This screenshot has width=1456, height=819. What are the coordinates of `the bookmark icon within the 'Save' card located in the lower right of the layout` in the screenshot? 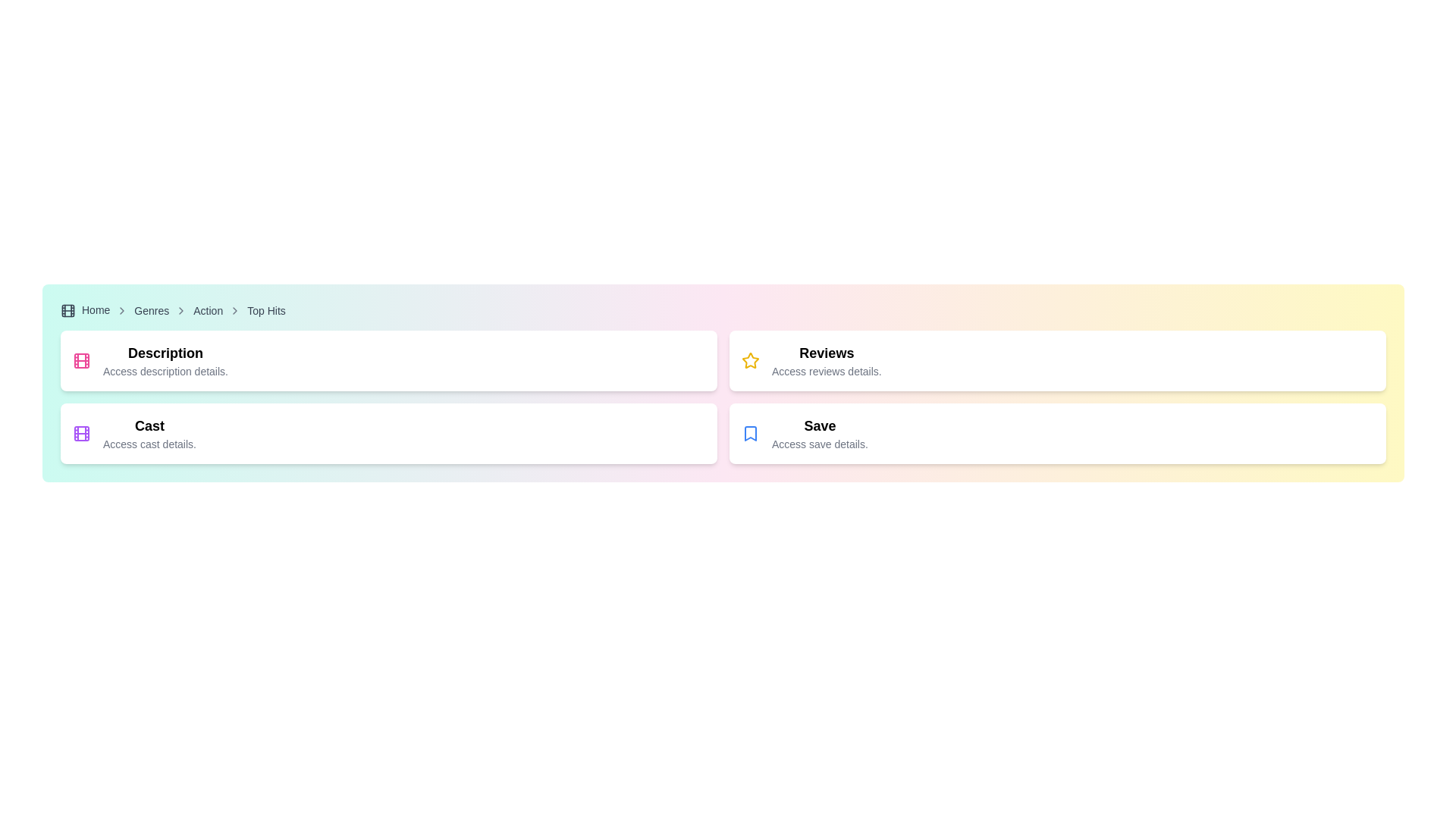 It's located at (750, 433).